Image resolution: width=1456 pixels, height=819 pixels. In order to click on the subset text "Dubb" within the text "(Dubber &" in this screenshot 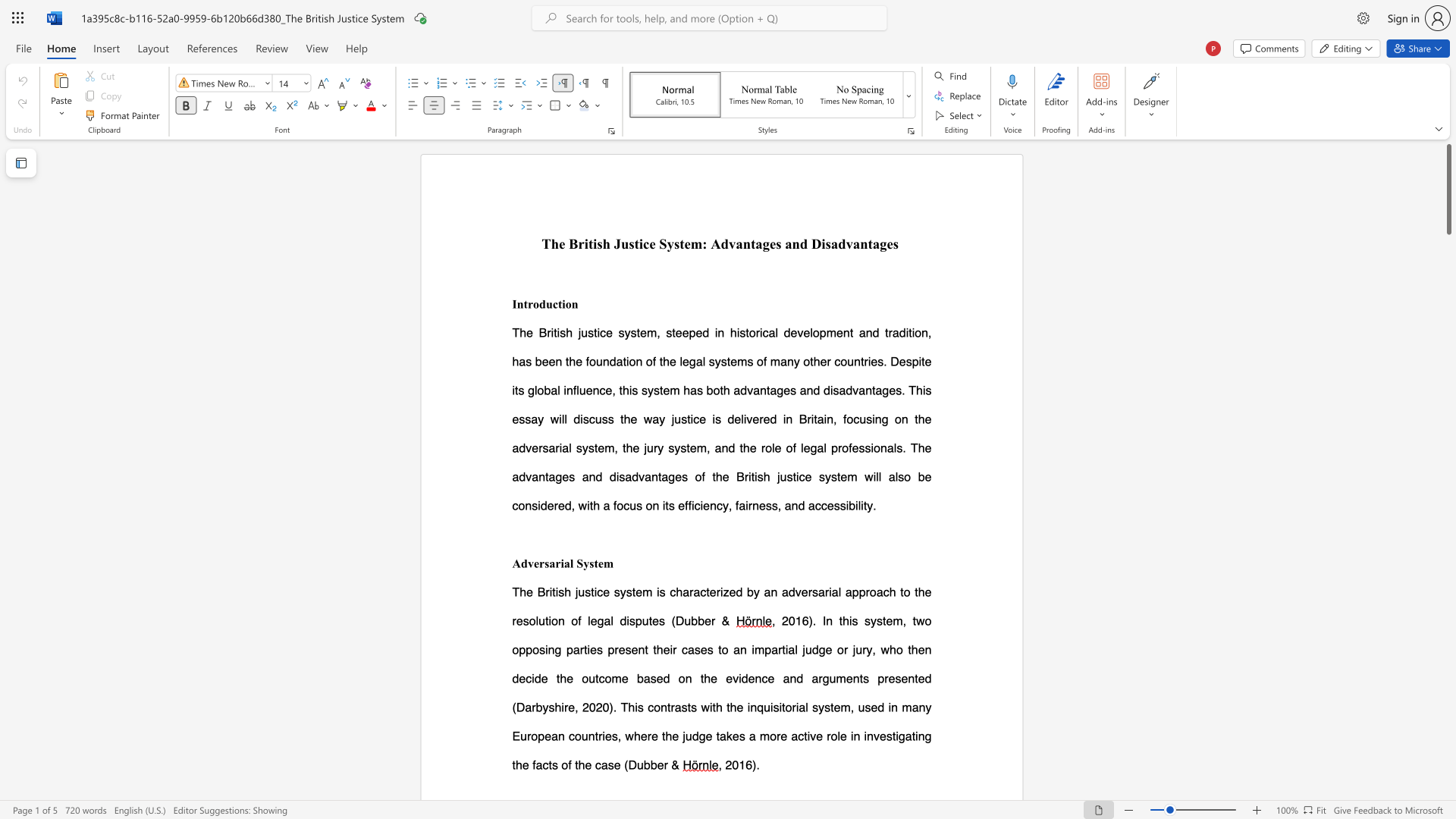, I will do `click(674, 620)`.